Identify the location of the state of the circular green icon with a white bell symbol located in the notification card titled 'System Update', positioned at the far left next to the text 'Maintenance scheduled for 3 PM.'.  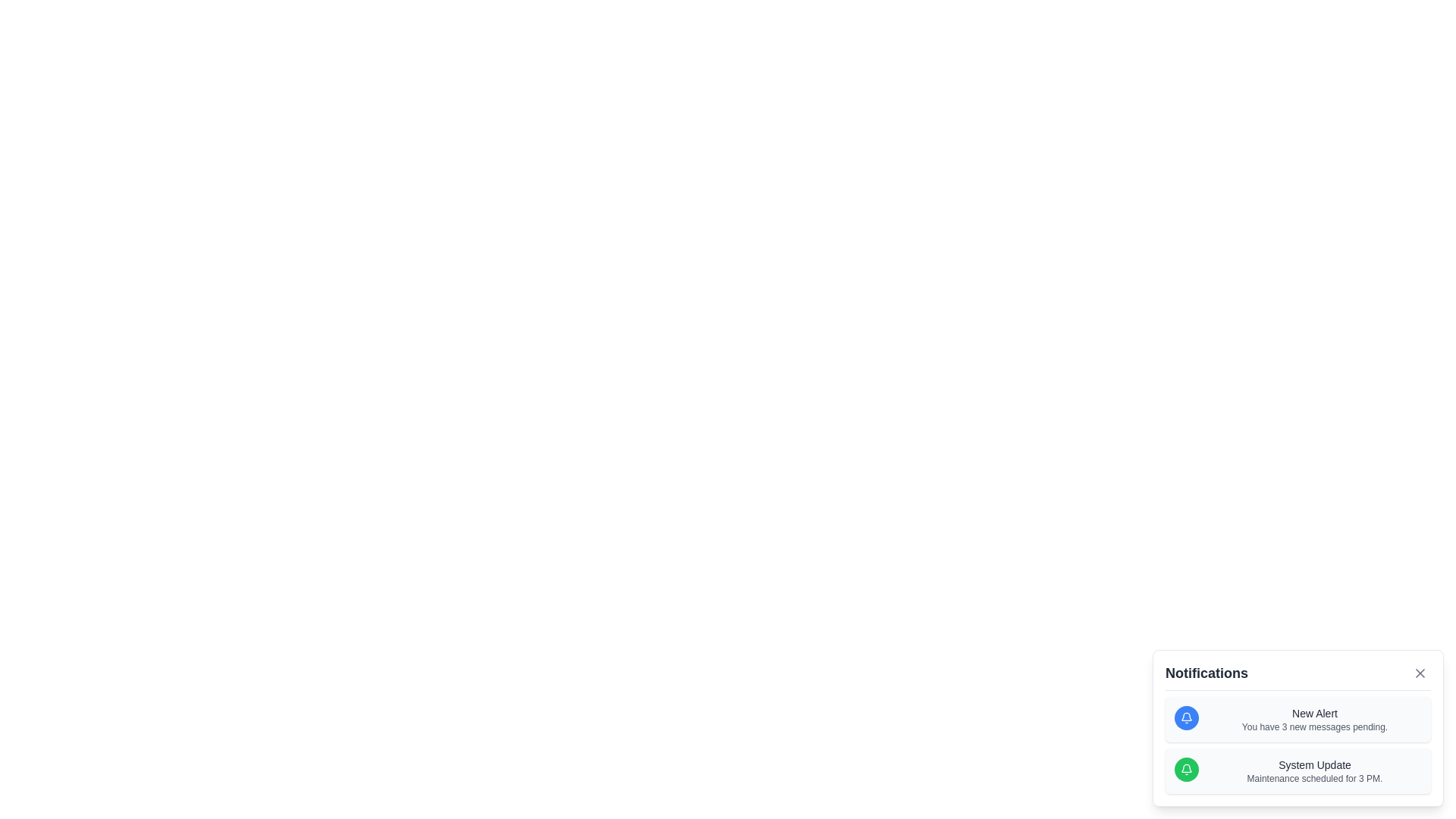
(1185, 769).